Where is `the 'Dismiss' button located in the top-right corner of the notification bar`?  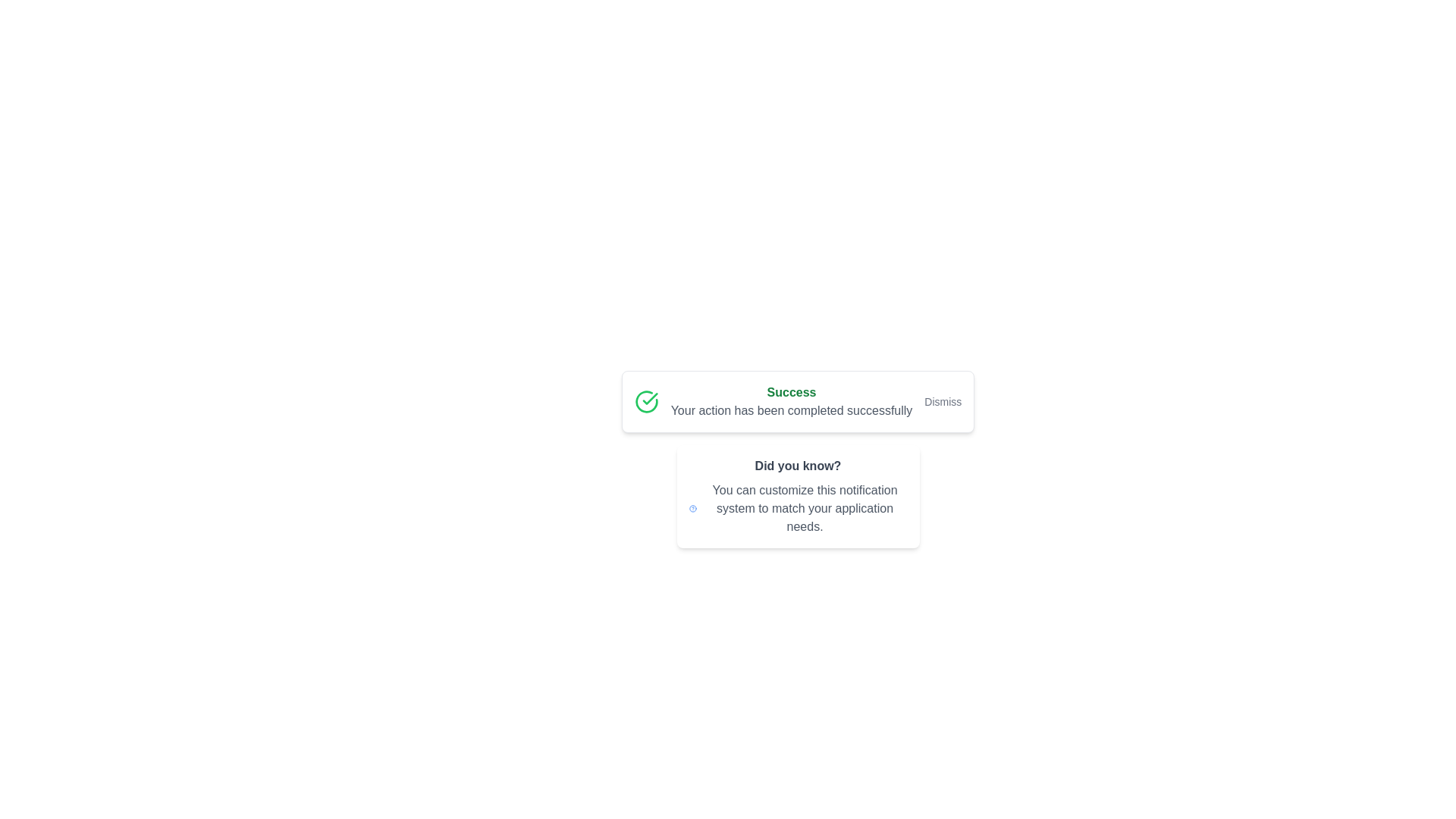
the 'Dismiss' button located in the top-right corner of the notification bar is located at coordinates (942, 400).